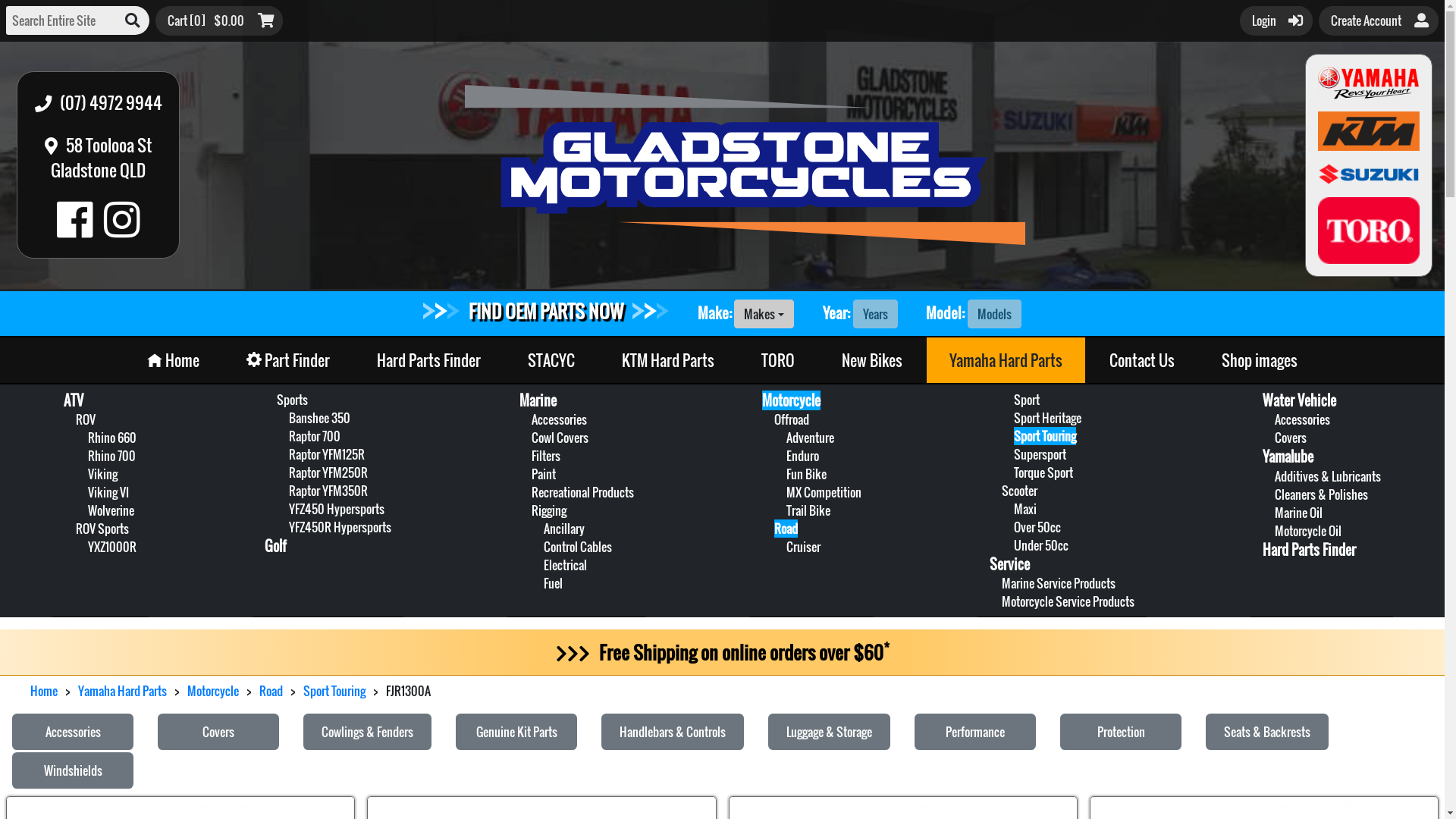 The width and height of the screenshot is (1456, 819). What do you see at coordinates (85, 419) in the screenshot?
I see `'ROV'` at bounding box center [85, 419].